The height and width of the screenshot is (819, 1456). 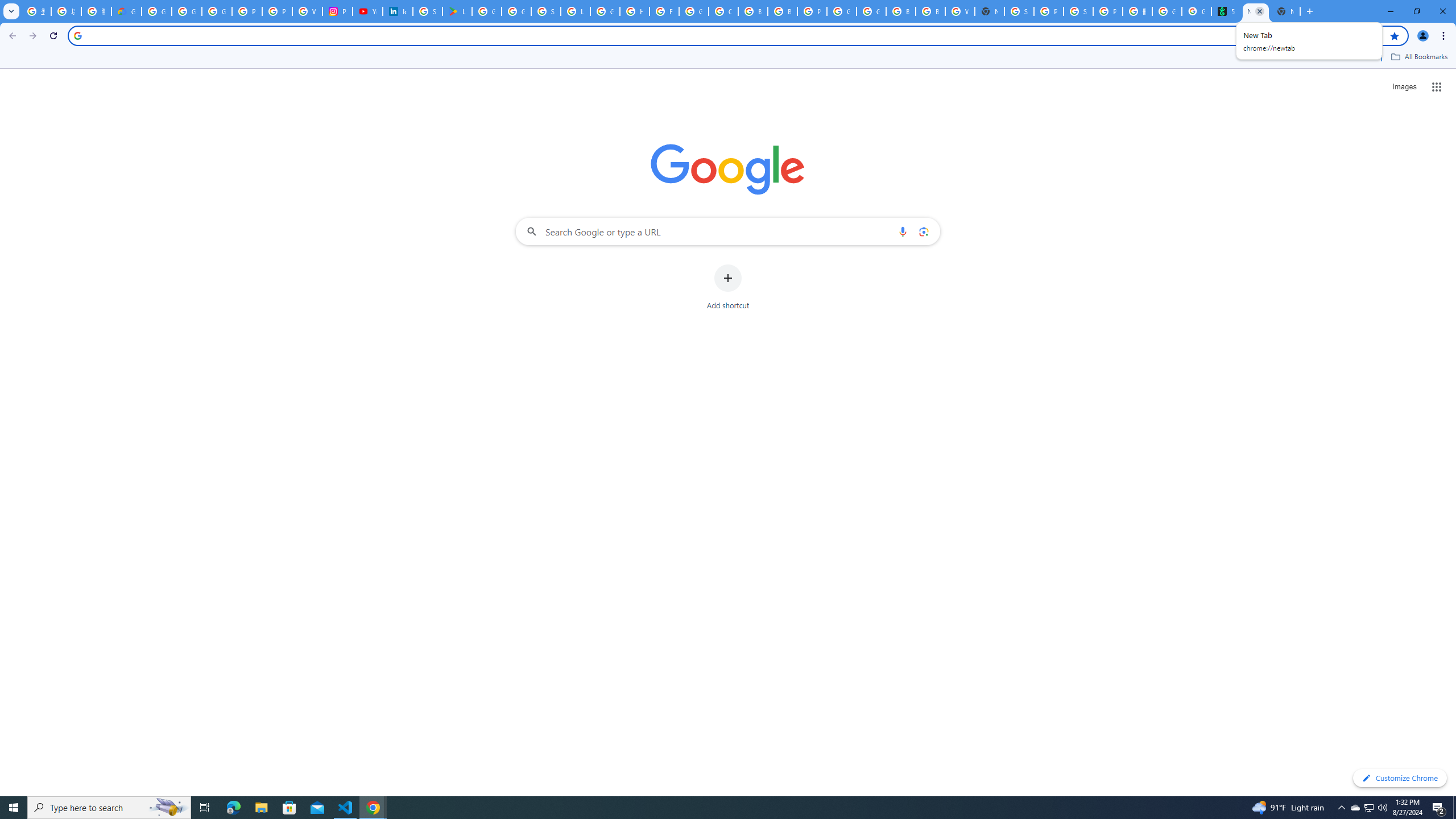 I want to click on 'YouTube Culture & Trends - On The Rise: Handcam Videos', so click(x=367, y=11).